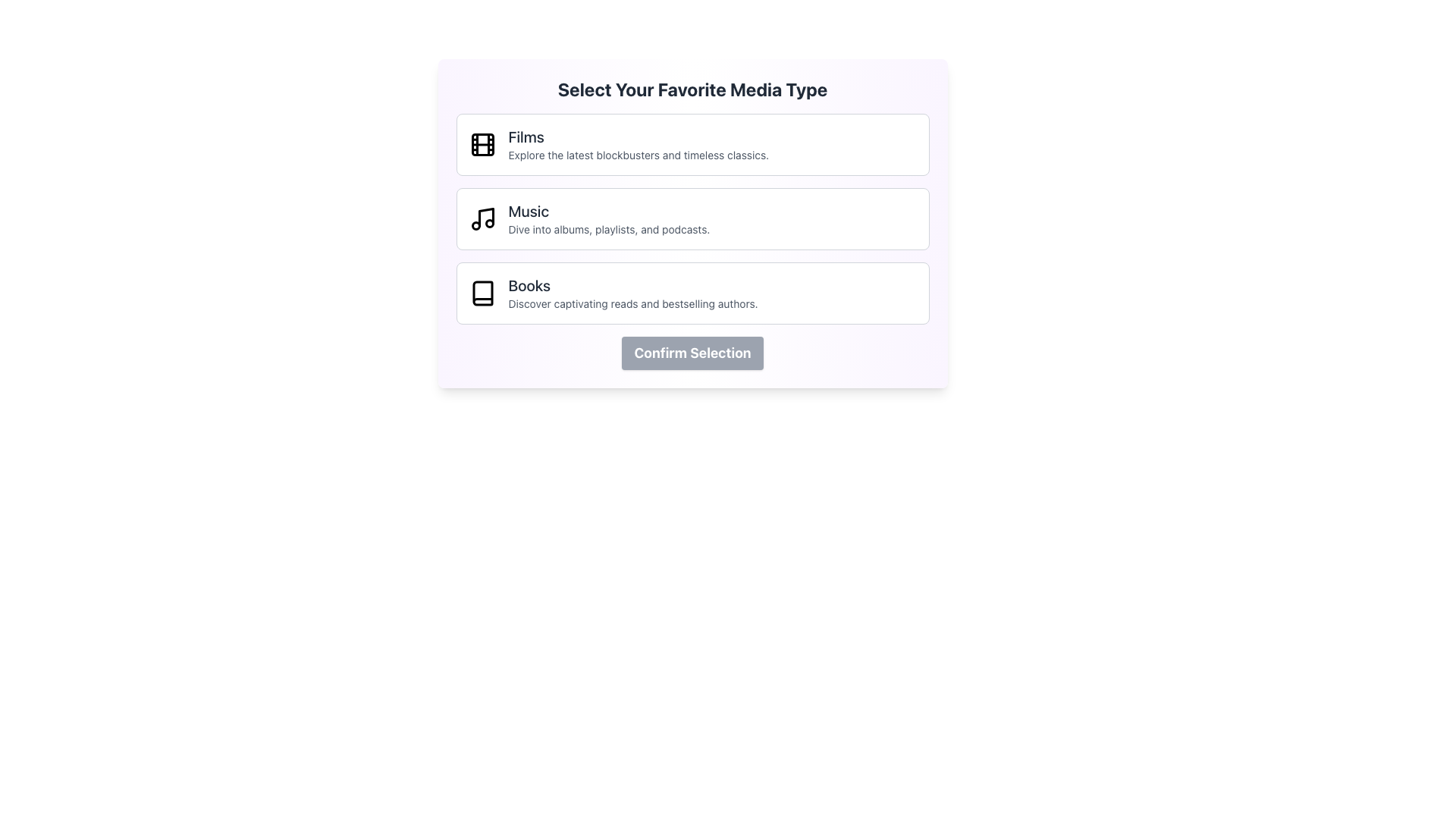  I want to click on text block titled 'Films' which consists of a bold title and a descriptive text aligned to the left within a bordered card, so click(639, 145).